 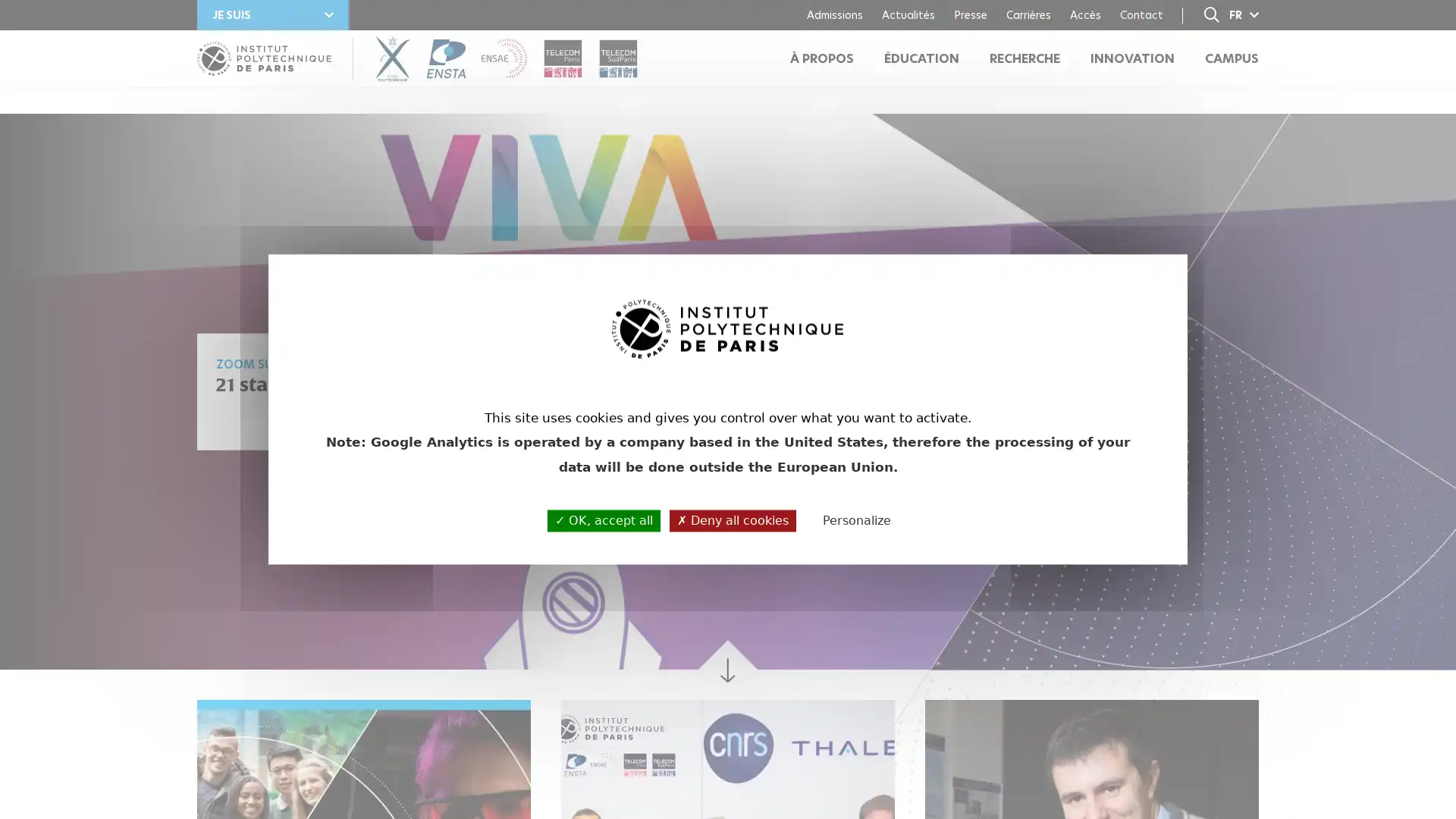 I want to click on OK, accept all, so click(x=603, y=519).